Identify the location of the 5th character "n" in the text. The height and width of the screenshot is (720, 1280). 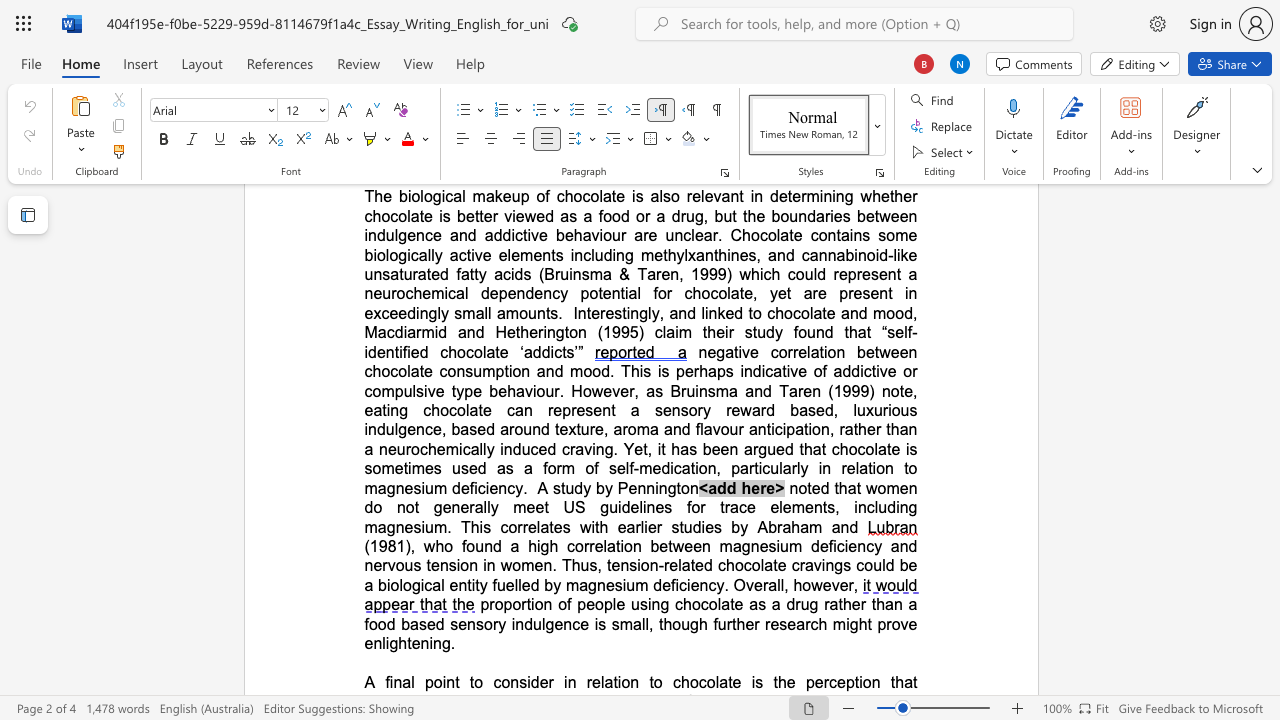
(502, 488).